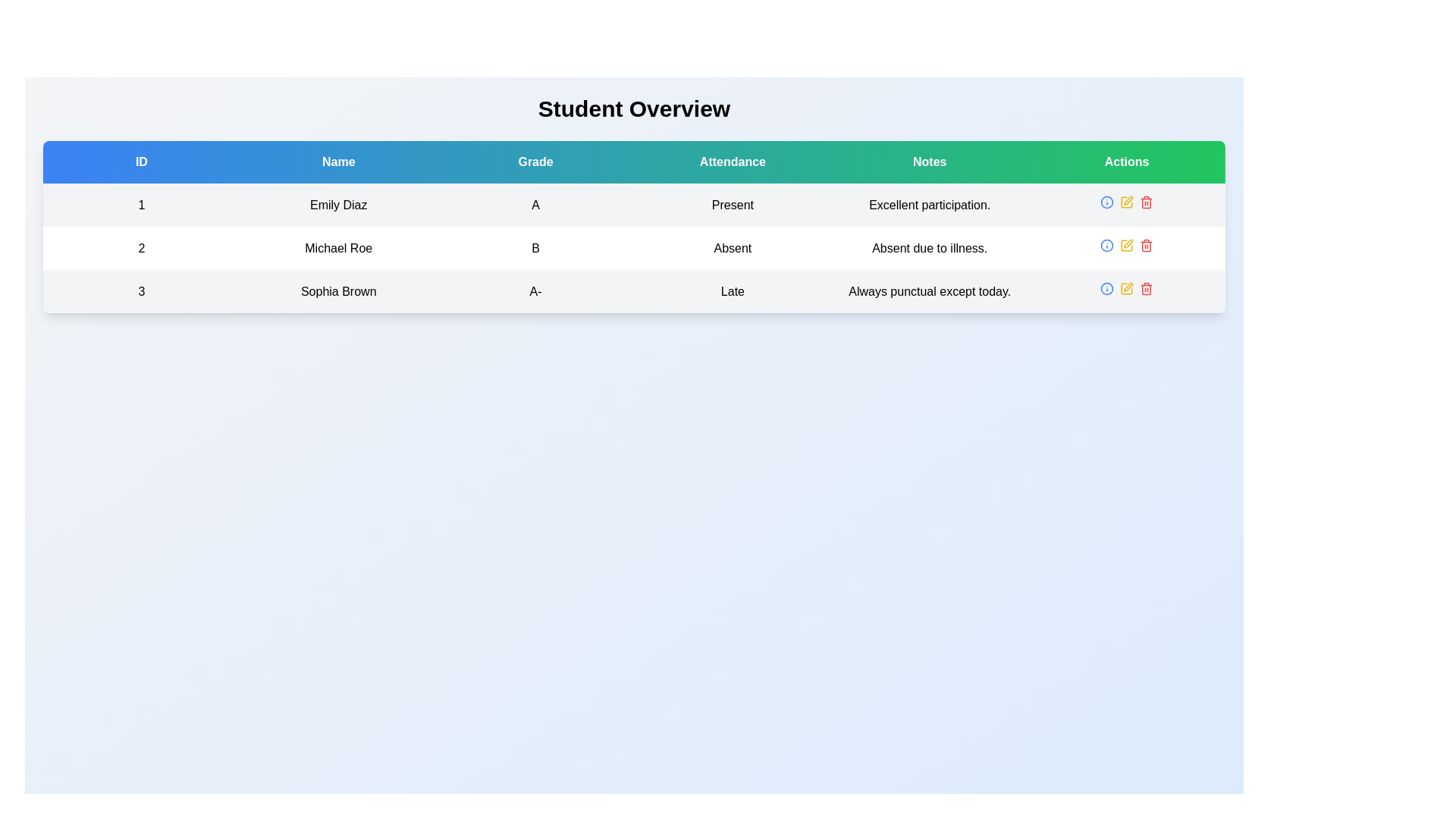 Image resolution: width=1456 pixels, height=819 pixels. Describe the element at coordinates (1147, 202) in the screenshot. I see `the trash bin delete icon located under the 'Actions' column in the last row of the table` at that location.